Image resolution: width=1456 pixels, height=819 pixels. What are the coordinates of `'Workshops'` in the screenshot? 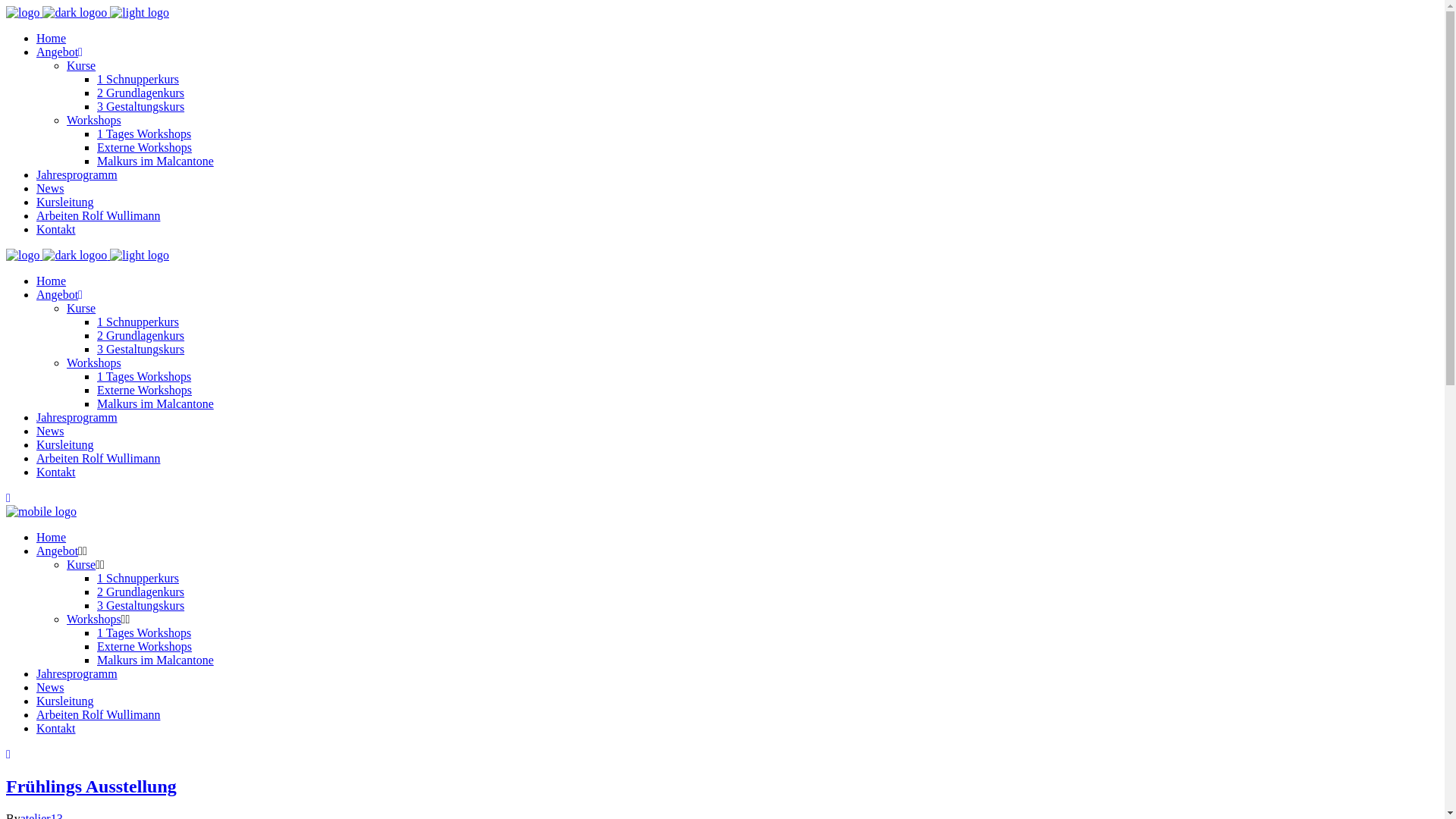 It's located at (93, 362).